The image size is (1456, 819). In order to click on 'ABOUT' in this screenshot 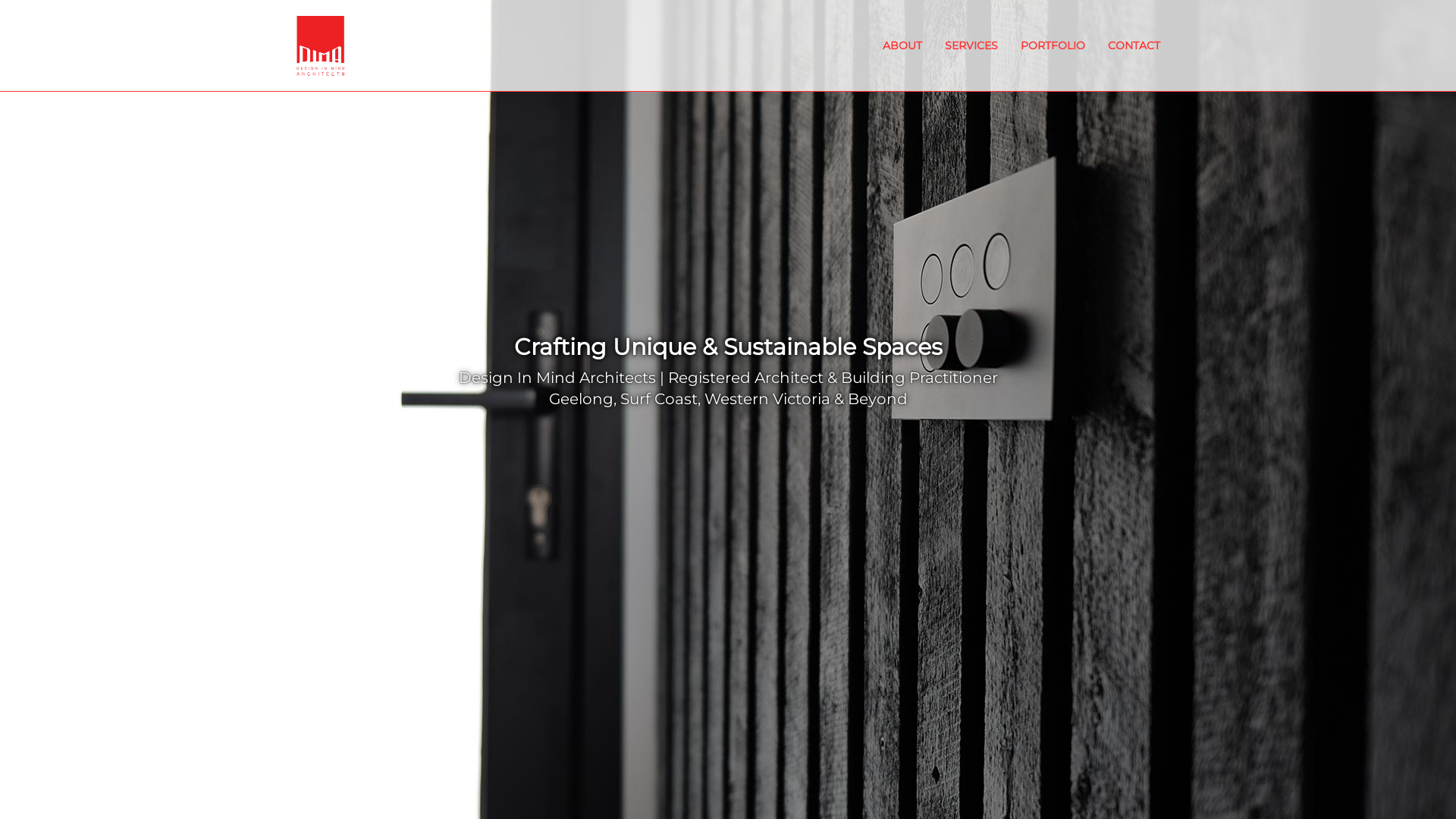, I will do `click(902, 45)`.